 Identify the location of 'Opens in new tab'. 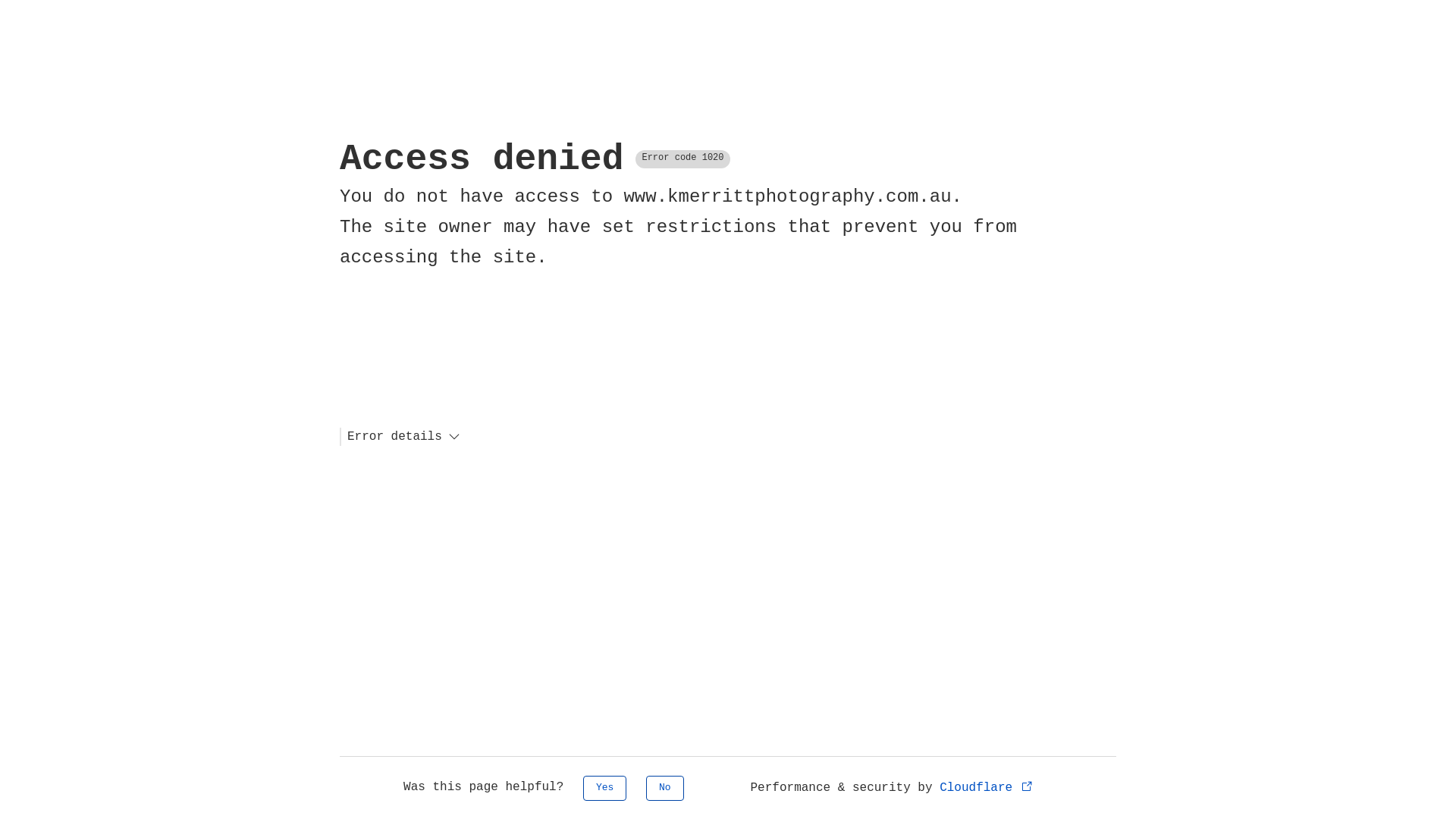
(1027, 785).